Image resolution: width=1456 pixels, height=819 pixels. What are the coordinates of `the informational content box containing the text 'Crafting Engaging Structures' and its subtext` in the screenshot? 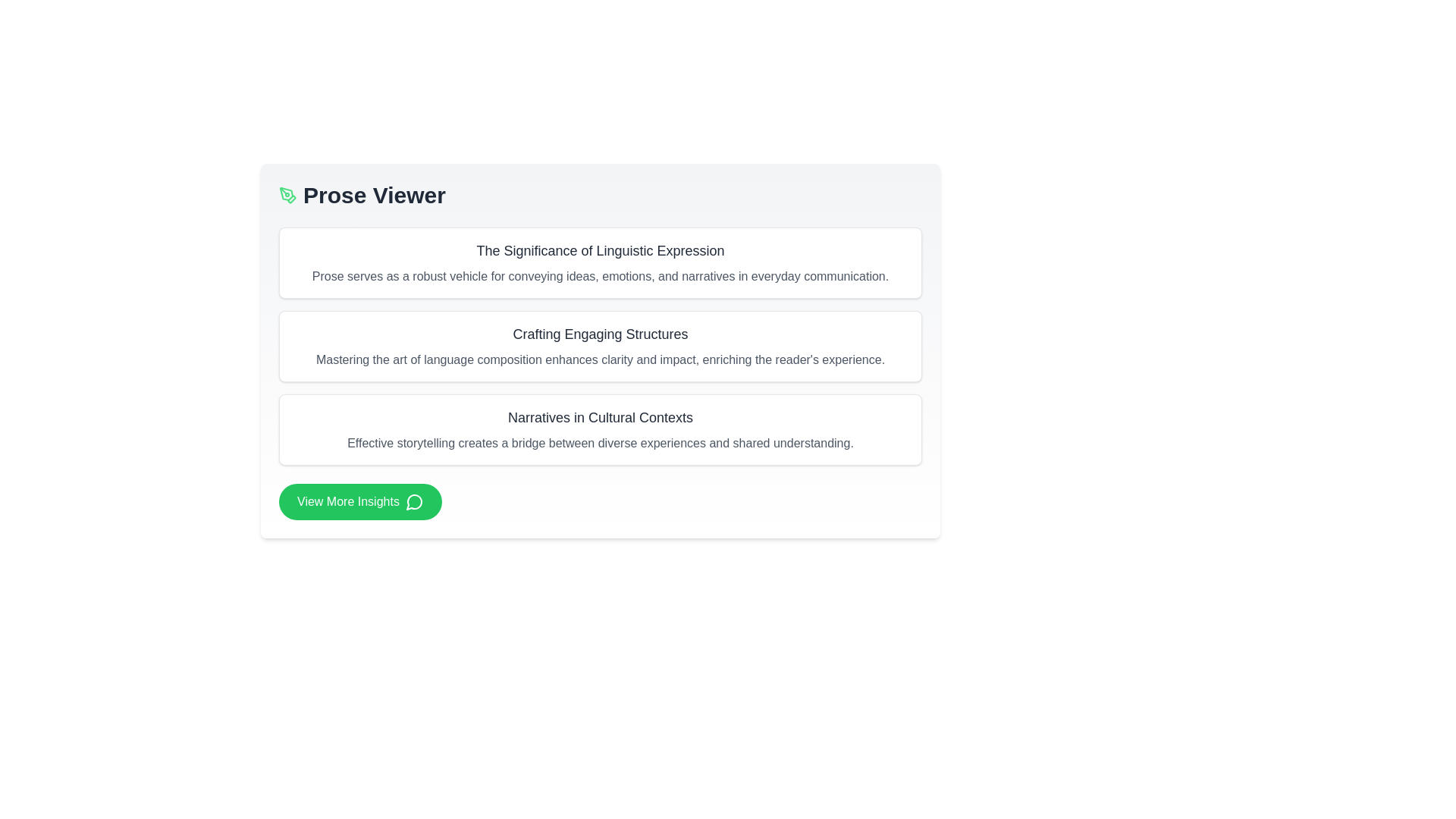 It's located at (600, 350).